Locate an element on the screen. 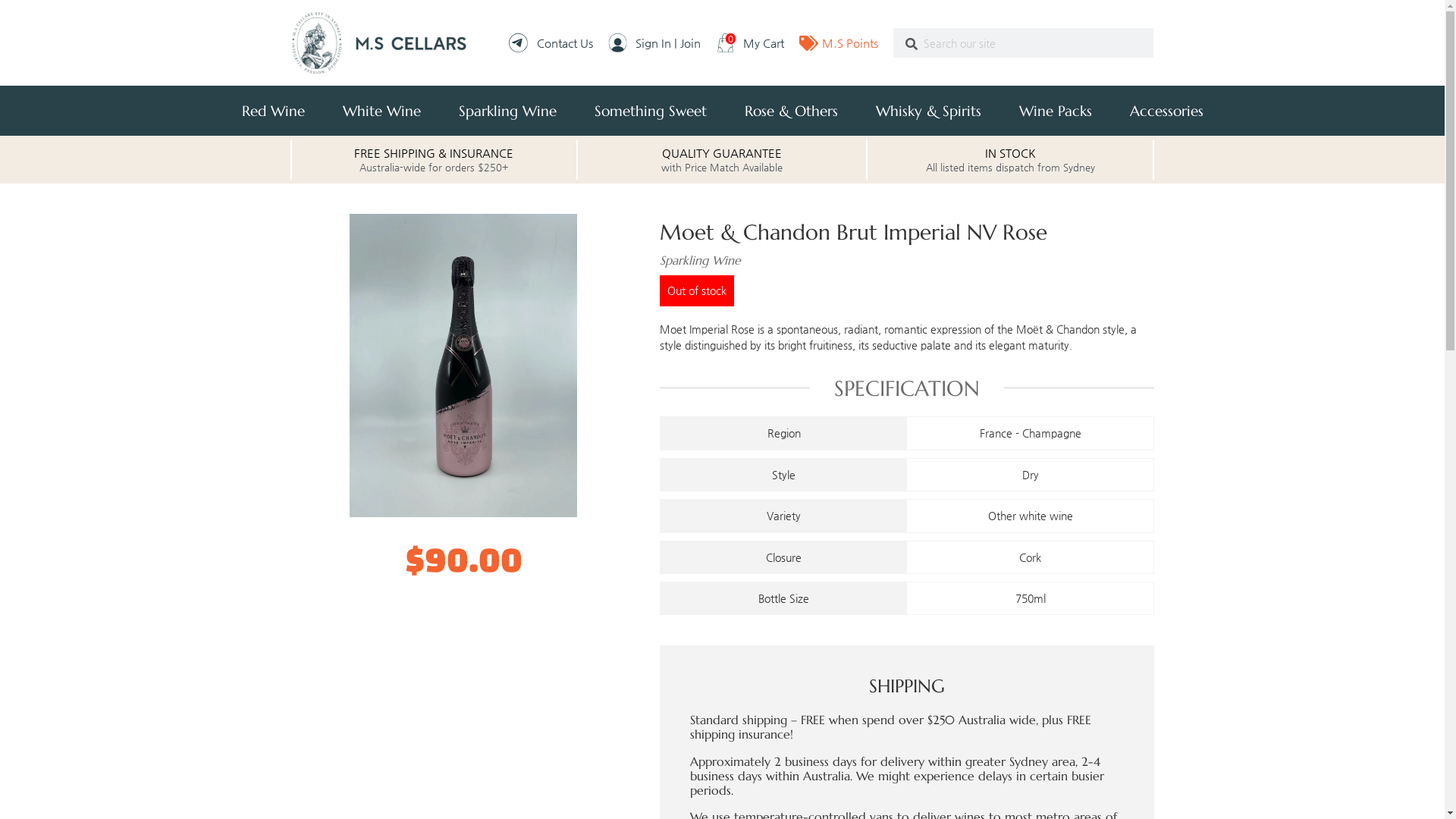  'Accessories' is located at coordinates (1165, 110).